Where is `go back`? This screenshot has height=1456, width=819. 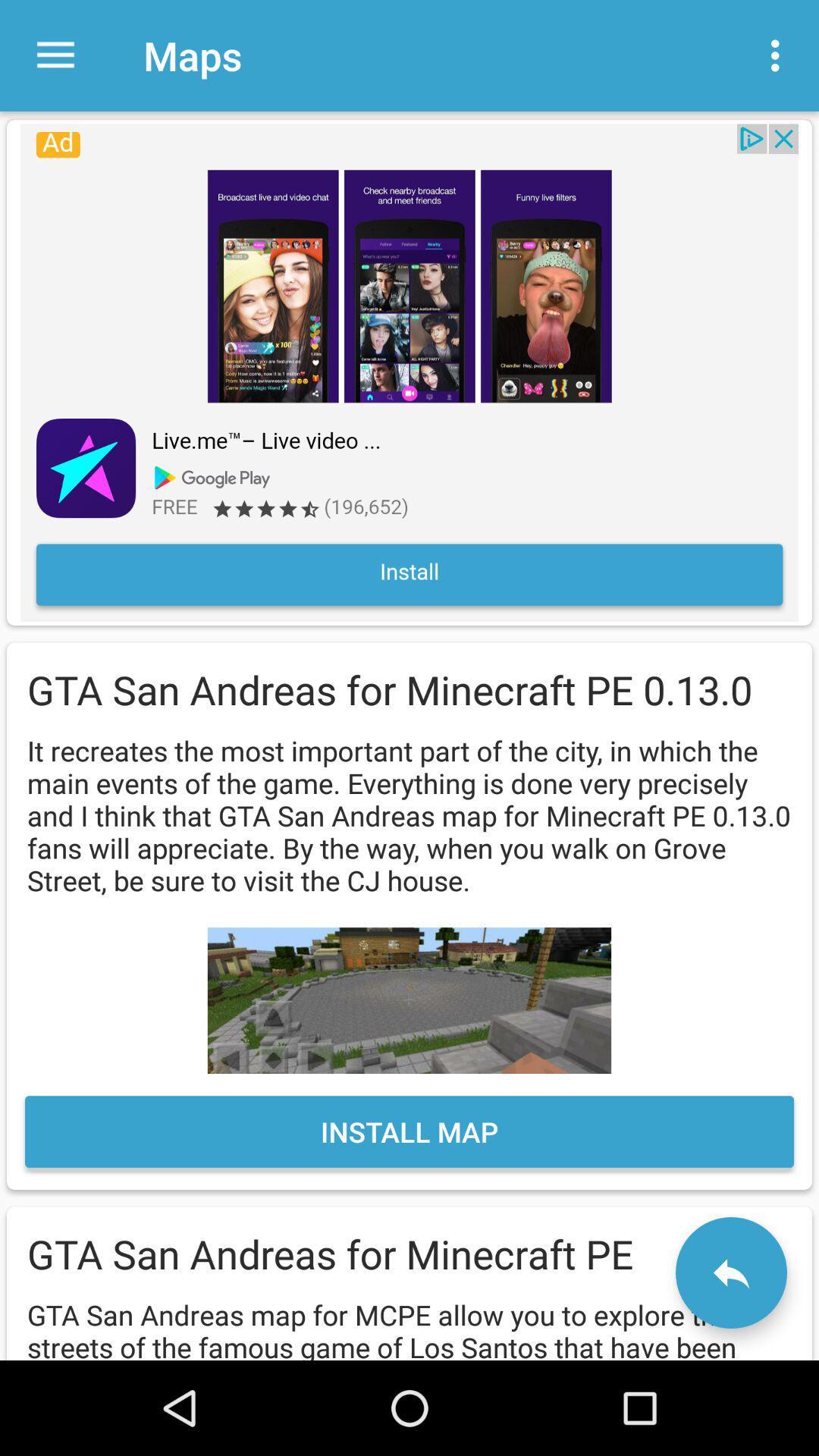 go back is located at coordinates (730, 1272).